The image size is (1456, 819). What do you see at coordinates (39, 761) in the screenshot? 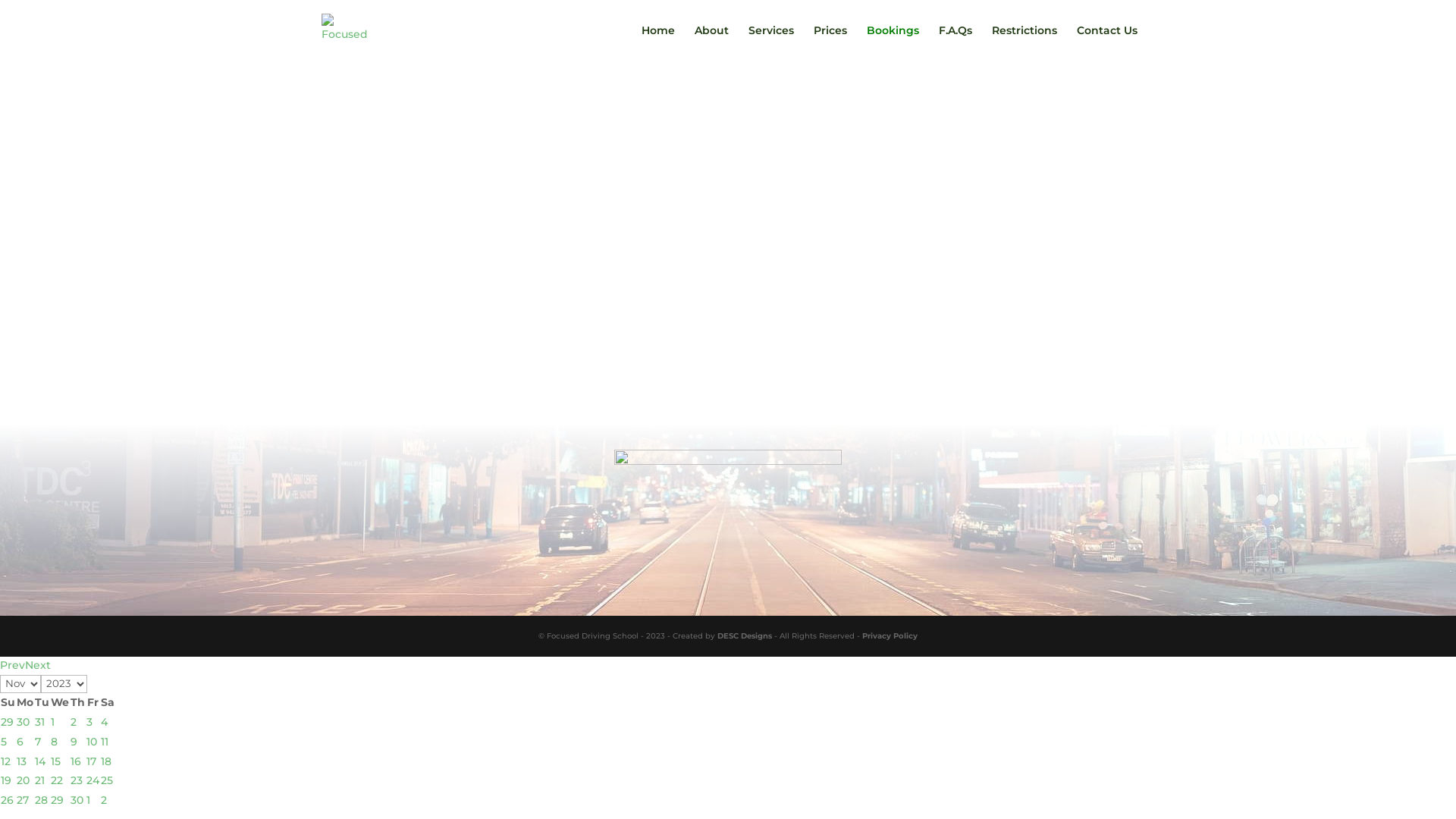
I see `'14'` at bounding box center [39, 761].